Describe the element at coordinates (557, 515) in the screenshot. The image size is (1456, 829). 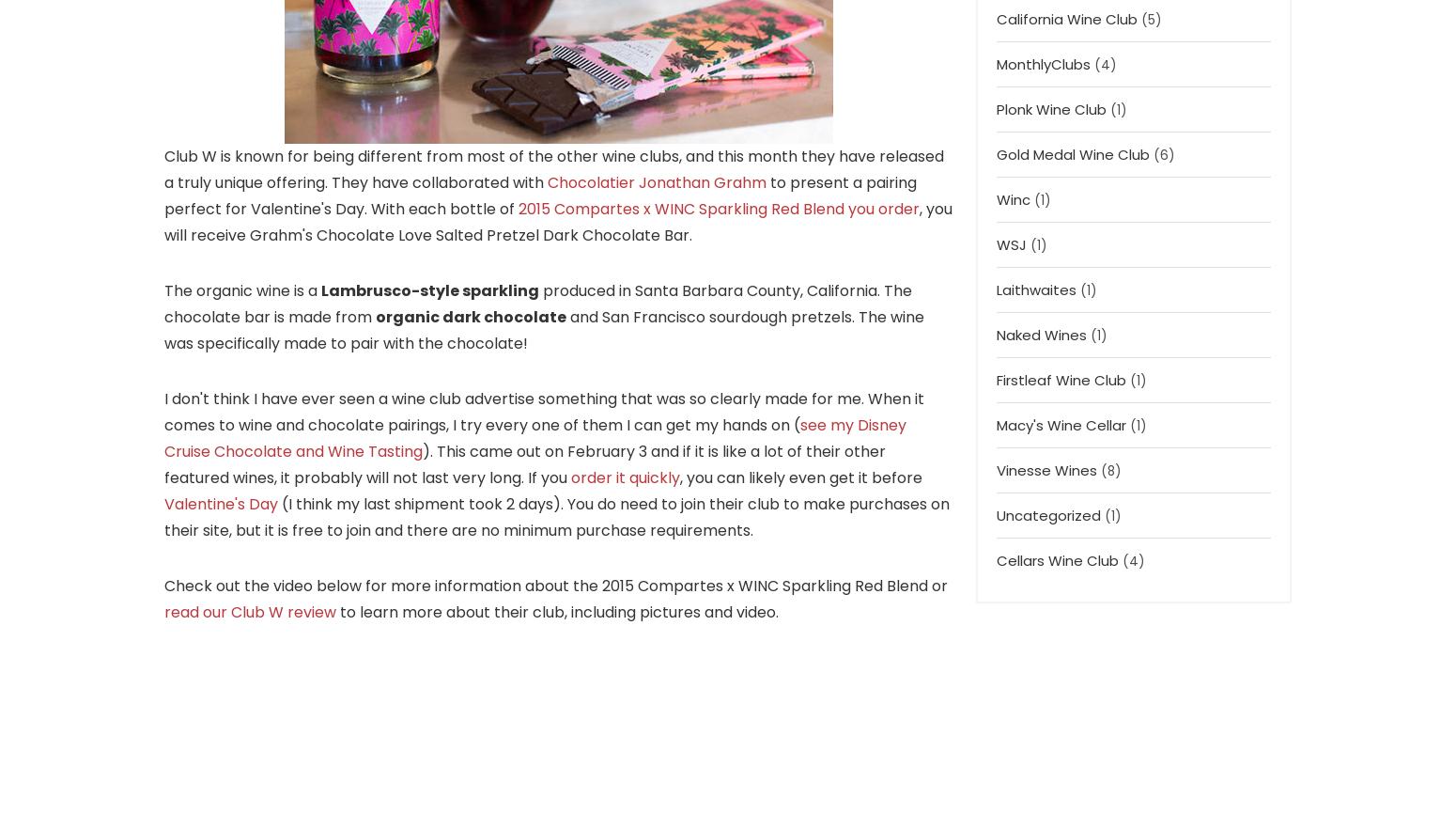
I see `'(I think my last shipment took 2 days). You do need to join their club to make purchases on their site, but it is free to join and there are no minimum purchase requirements.'` at that location.